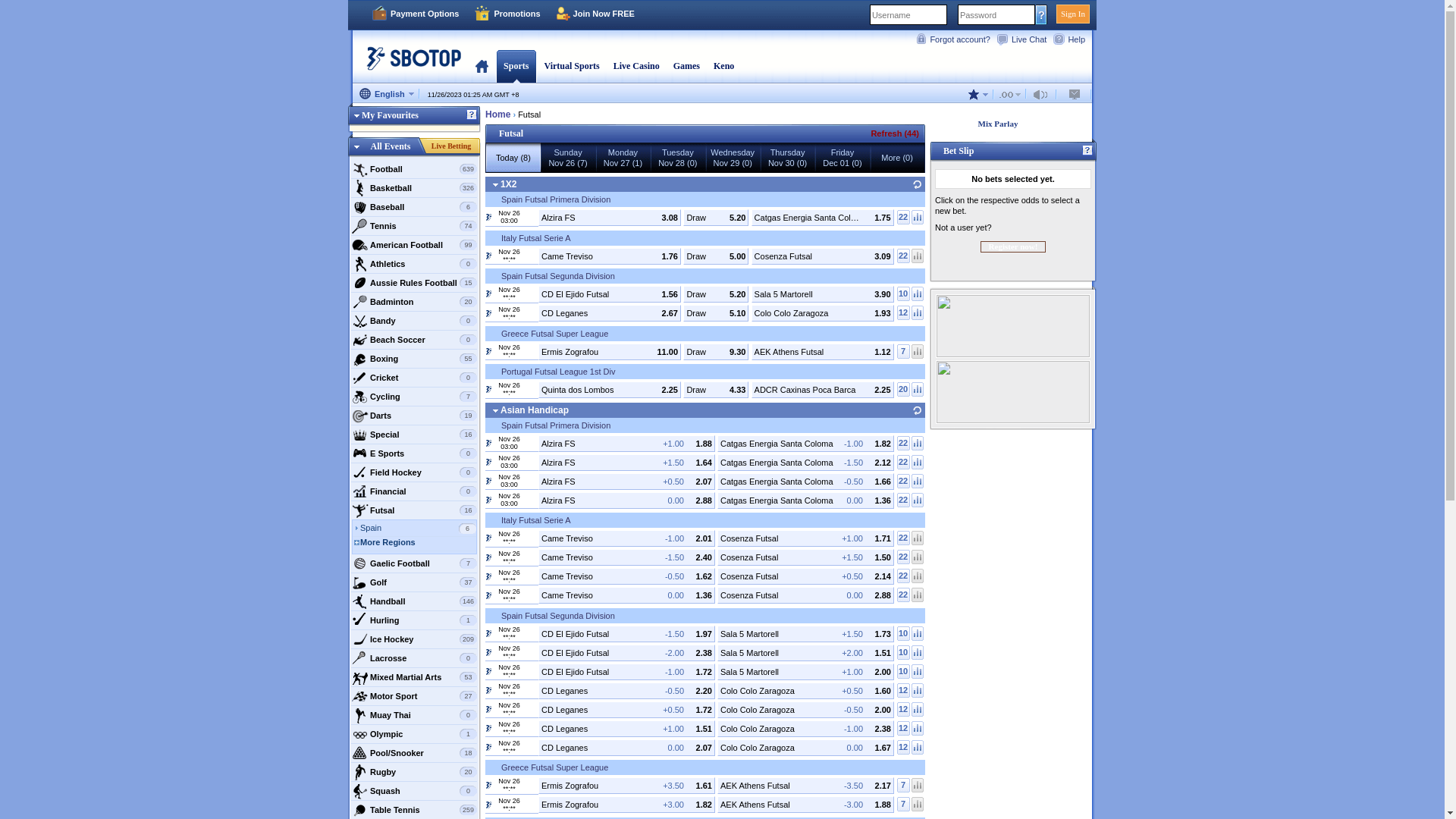 The height and width of the screenshot is (819, 1456). I want to click on '1.82, so click(805, 444).